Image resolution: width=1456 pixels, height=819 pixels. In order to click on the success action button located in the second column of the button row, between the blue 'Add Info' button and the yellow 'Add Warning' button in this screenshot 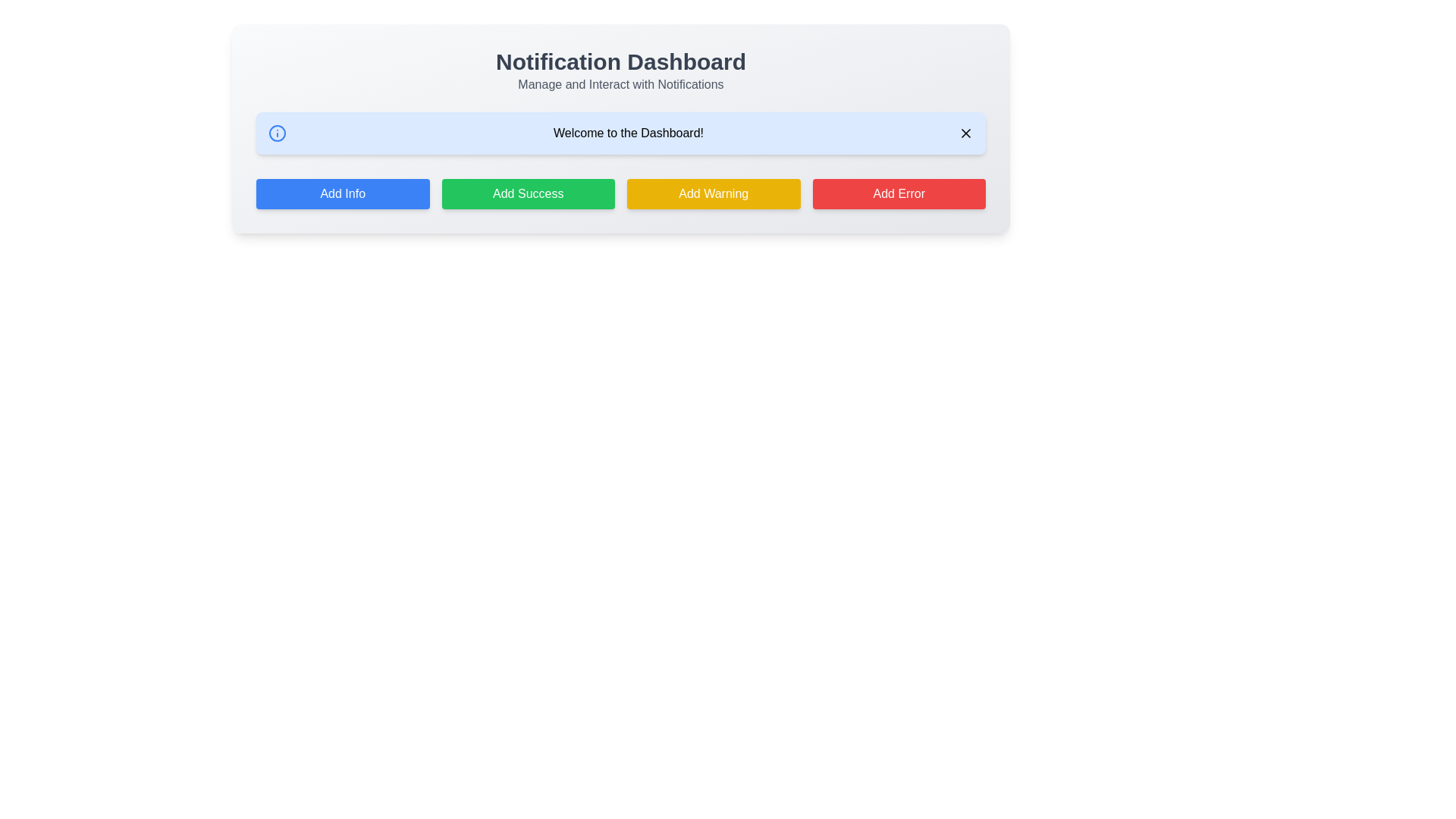, I will do `click(528, 193)`.